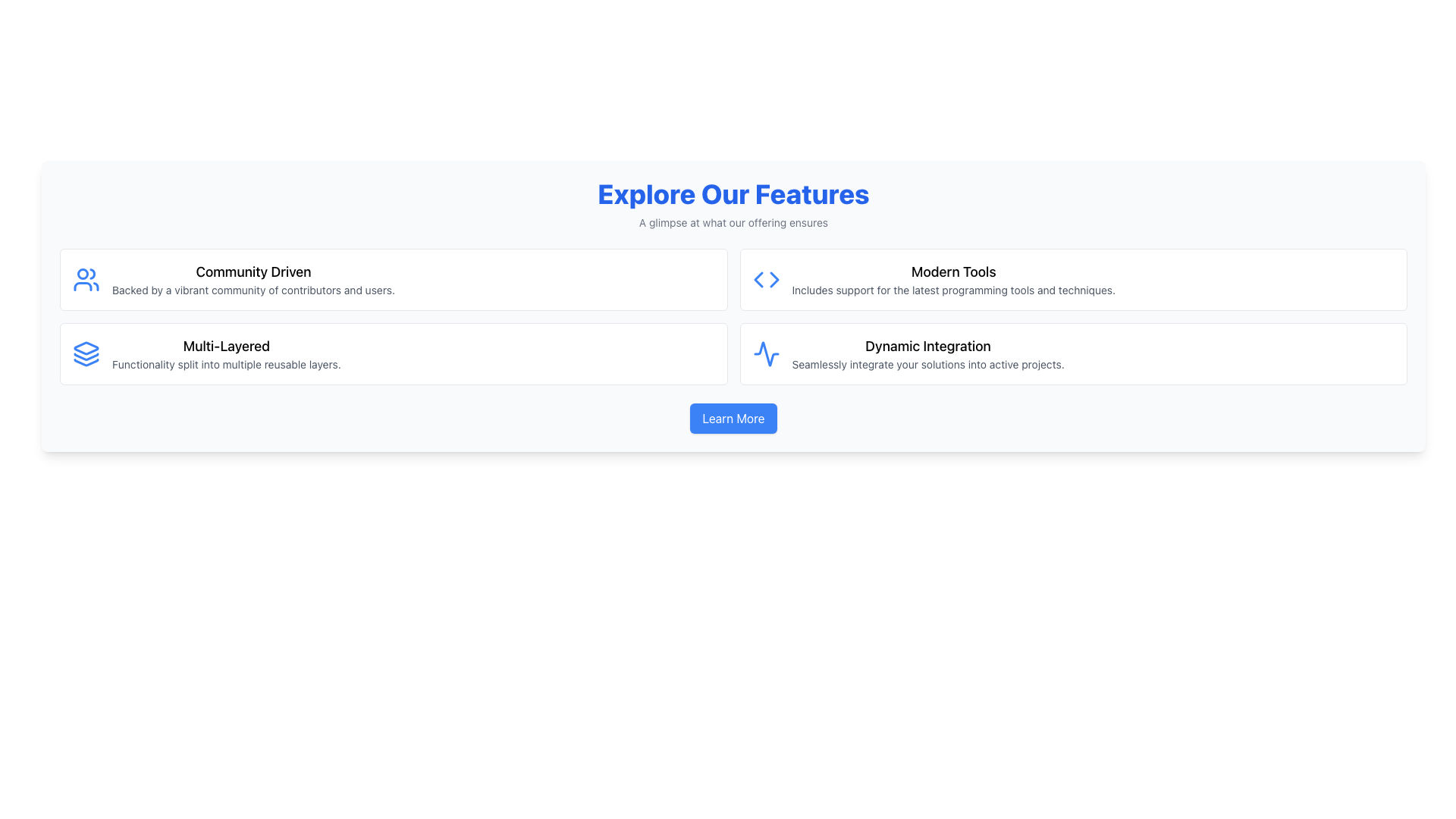  I want to click on information displayed in the textual composite element that includes the heading 'Explore Our Features' and the subtitle 'A glimpse at what our offering ensures', so click(733, 205).